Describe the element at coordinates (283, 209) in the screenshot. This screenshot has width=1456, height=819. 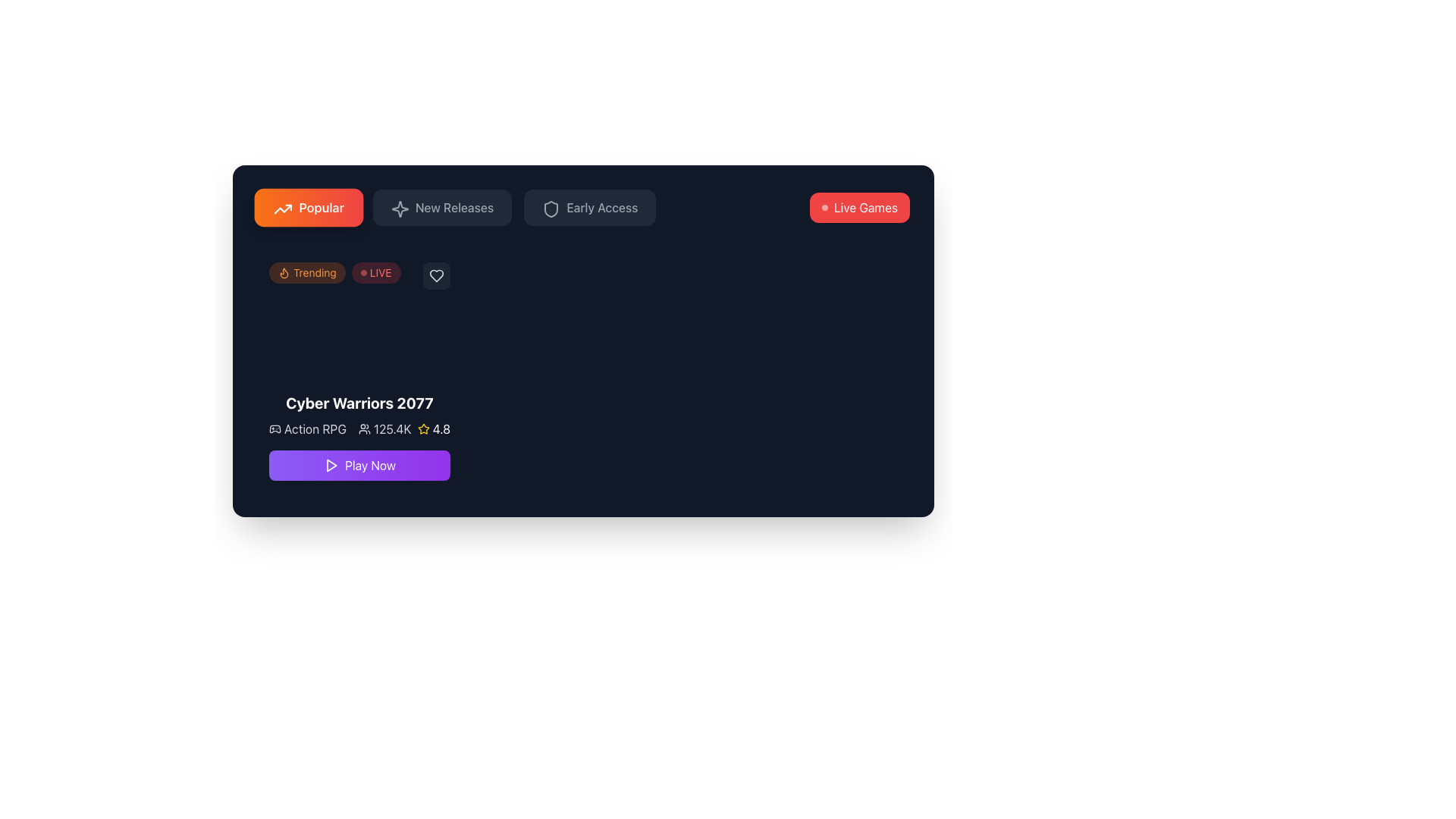
I see `the graphical icon of the upward trending arrow embedded in the orange 'Popular' button to interact with it` at that location.